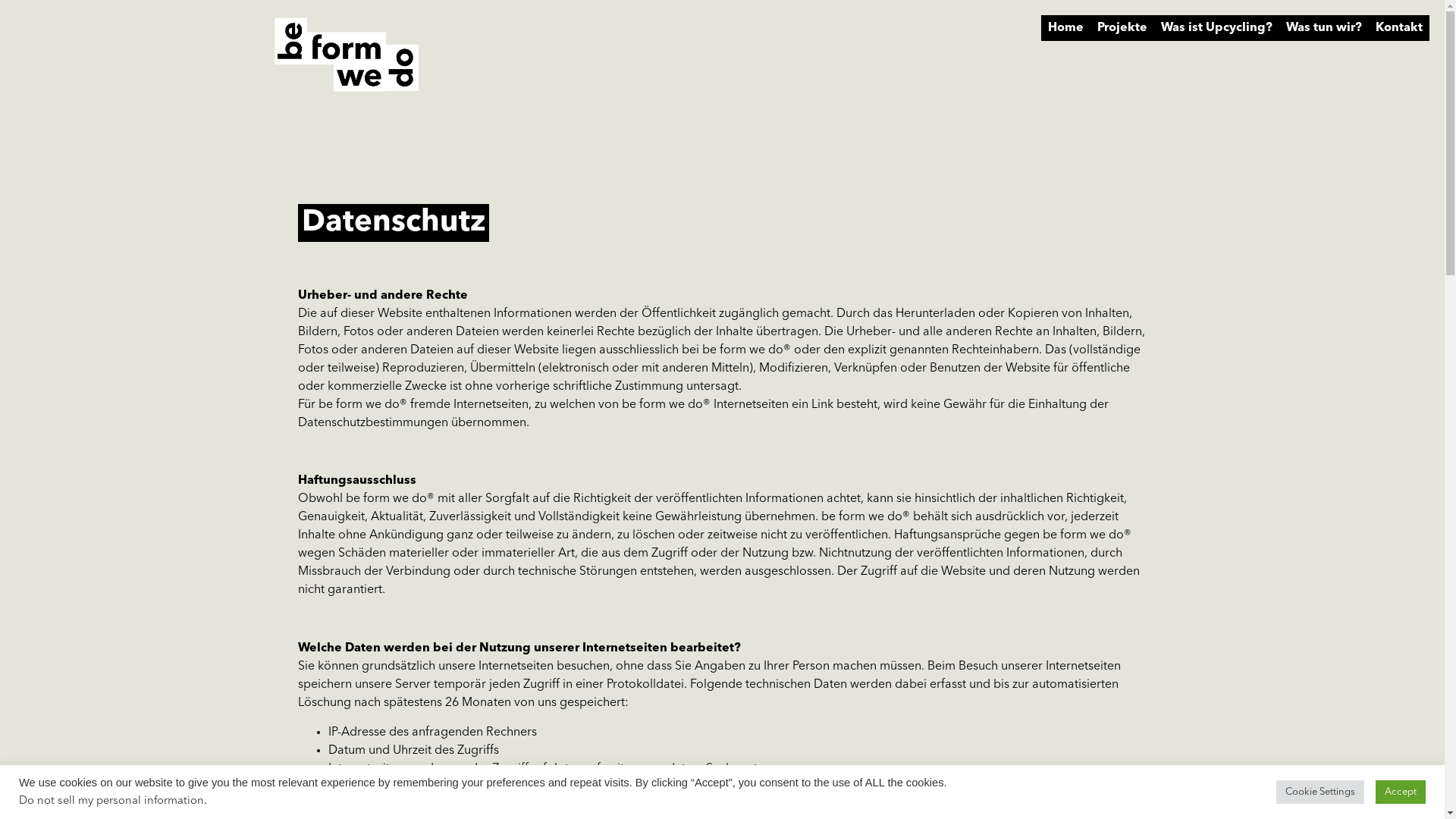 This screenshot has height=819, width=1456. Describe the element at coordinates (1400, 791) in the screenshot. I see `'Accept'` at that location.